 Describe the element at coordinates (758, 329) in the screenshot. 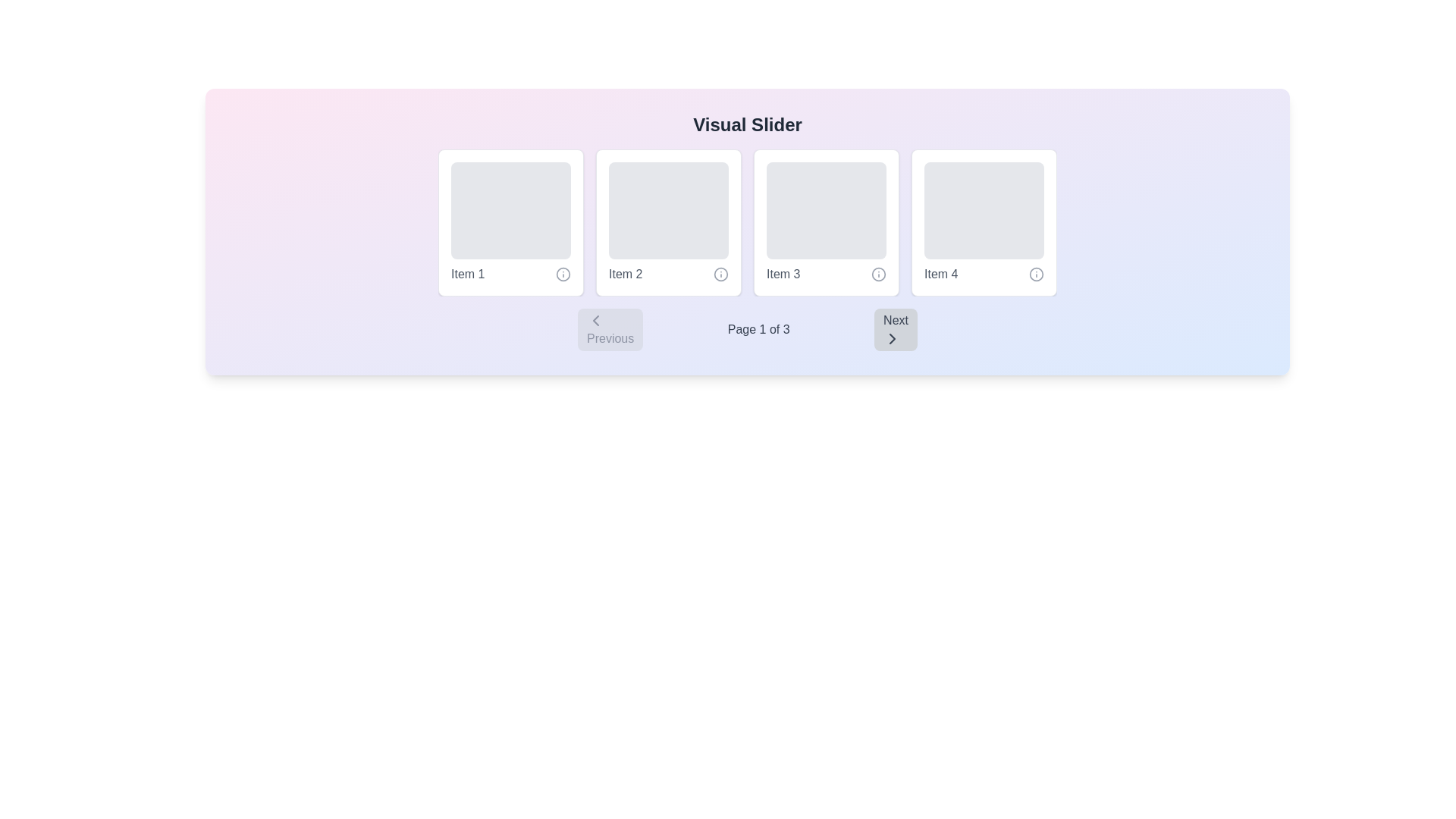

I see `the static text label that indicates 'Page 1 out of 3', located between the 'Previous' and 'Next' buttons in the navigation control bar` at that location.